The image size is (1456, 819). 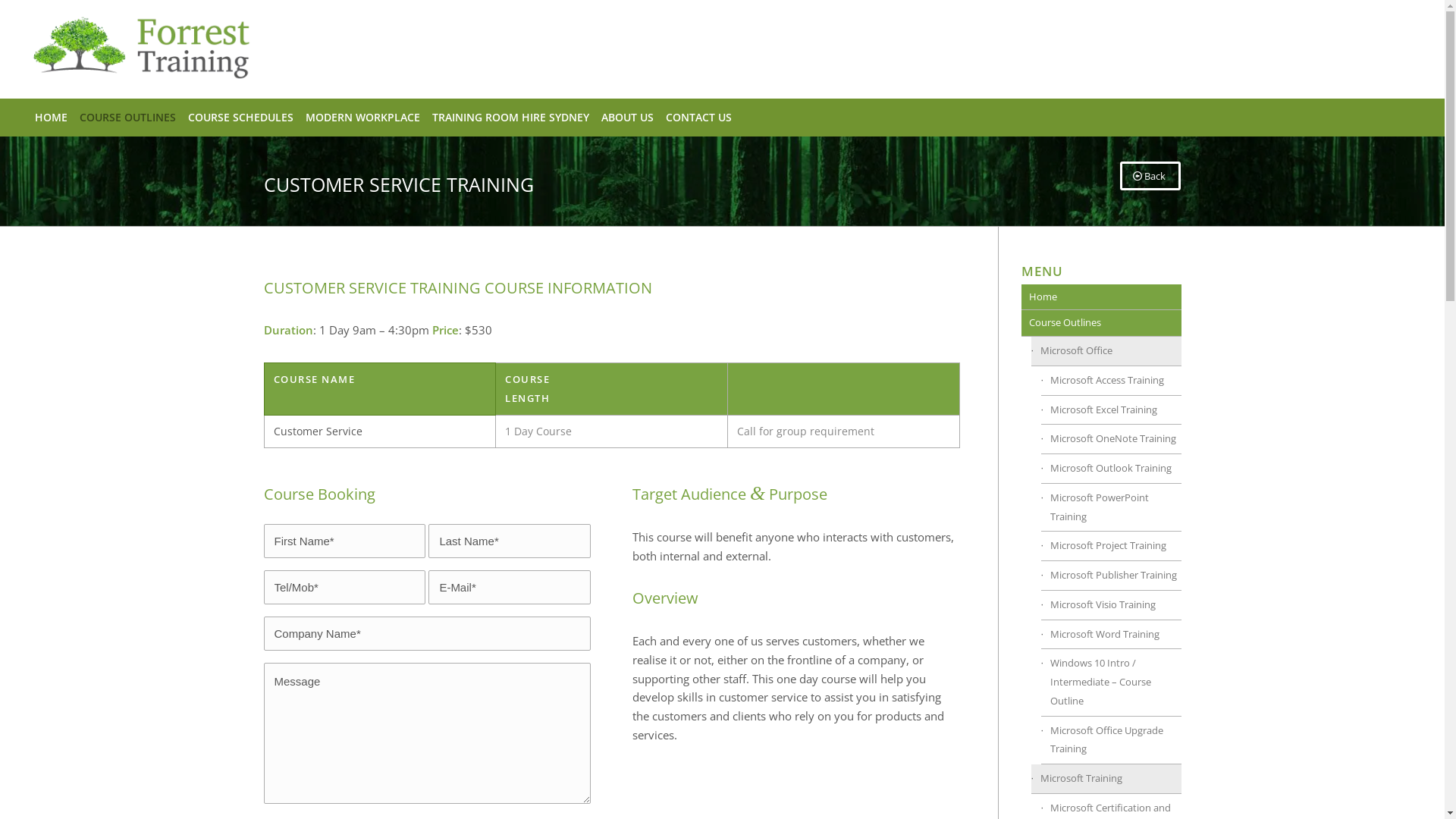 I want to click on 'Microsoft OneNote Training', so click(x=1110, y=439).